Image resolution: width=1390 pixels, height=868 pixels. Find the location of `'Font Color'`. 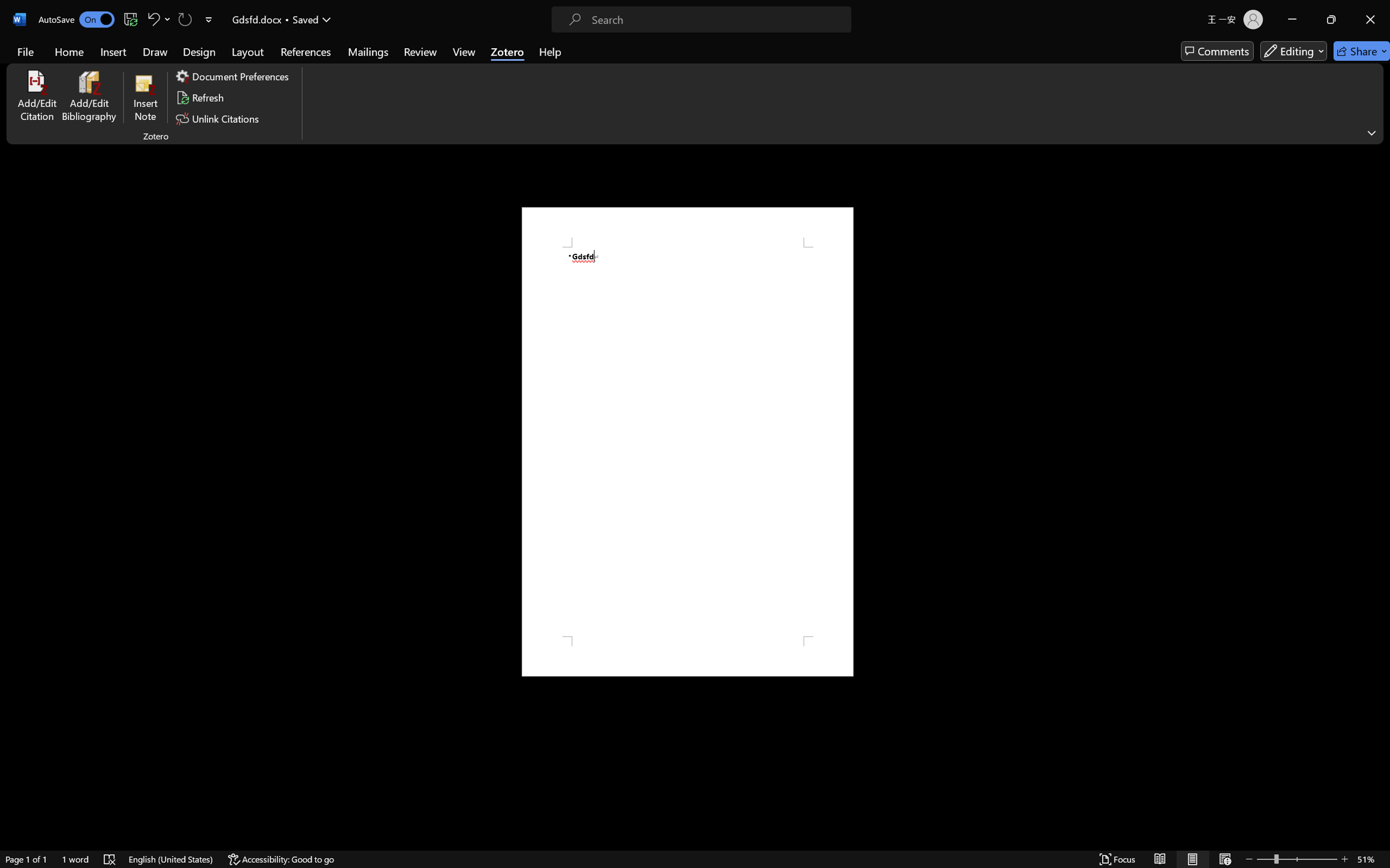

'Font Color' is located at coordinates (310, 71).